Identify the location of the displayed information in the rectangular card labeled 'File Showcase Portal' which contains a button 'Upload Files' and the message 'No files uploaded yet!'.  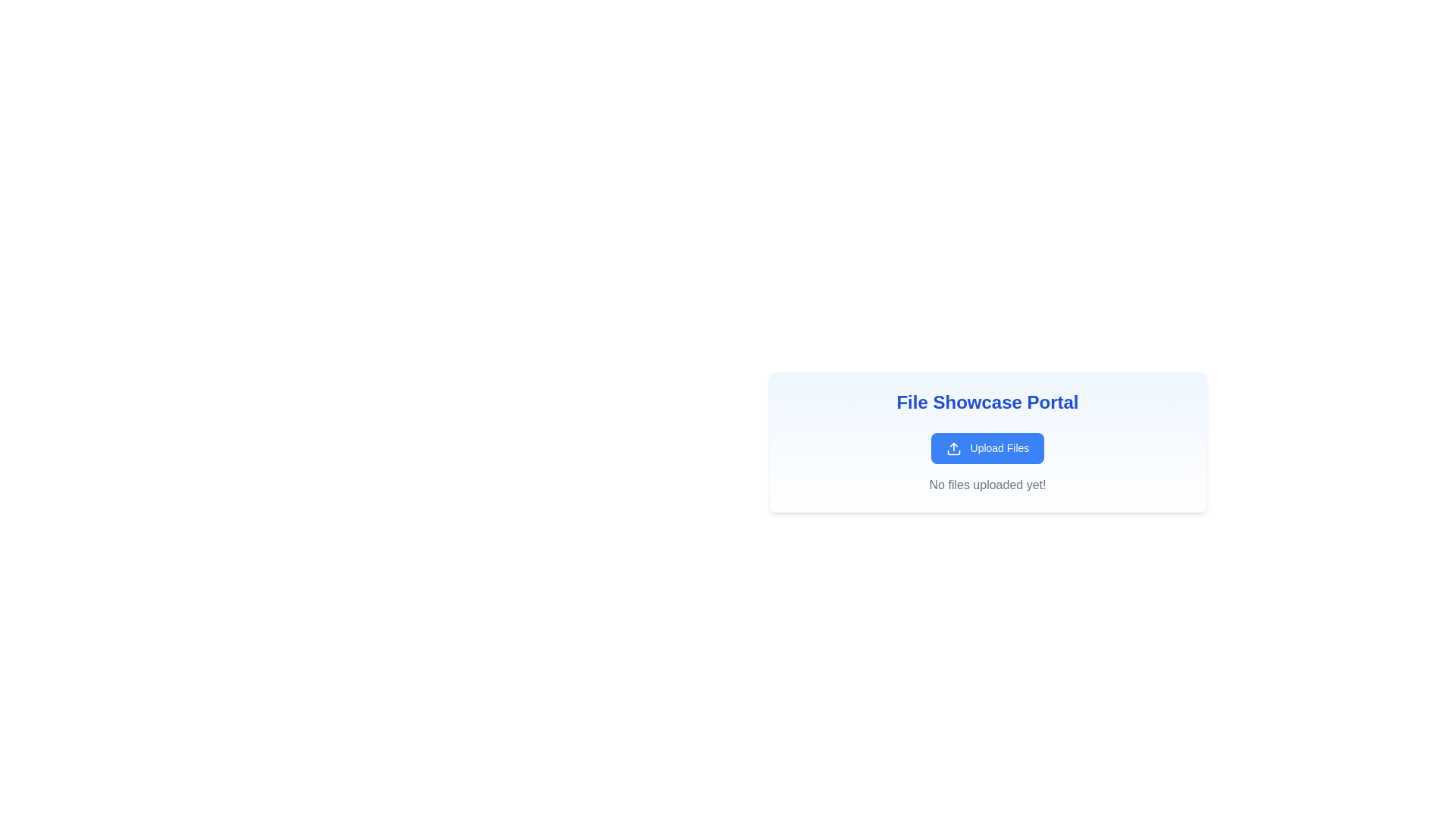
(987, 442).